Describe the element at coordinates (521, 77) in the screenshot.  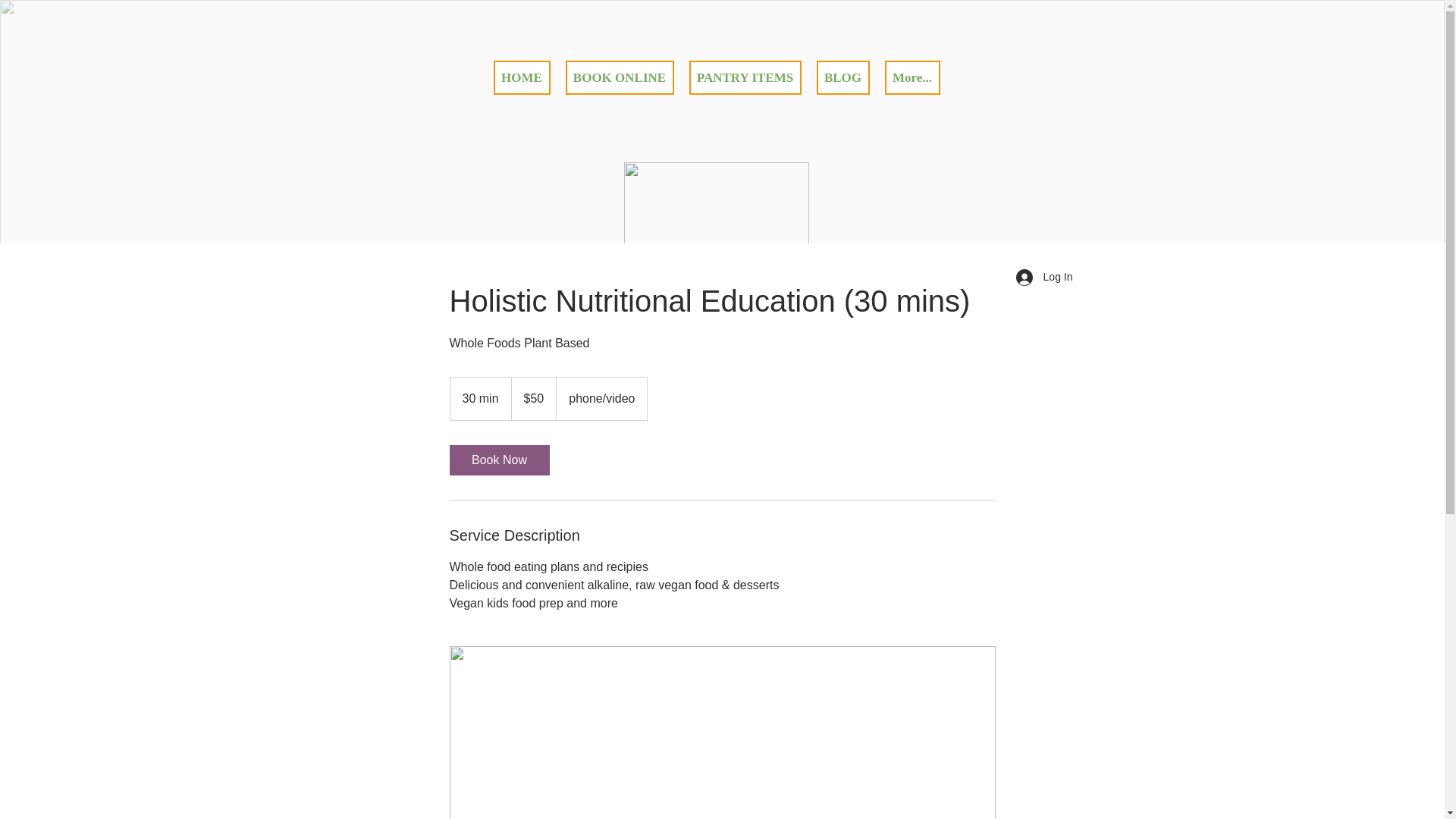
I see `'HOME'` at that location.